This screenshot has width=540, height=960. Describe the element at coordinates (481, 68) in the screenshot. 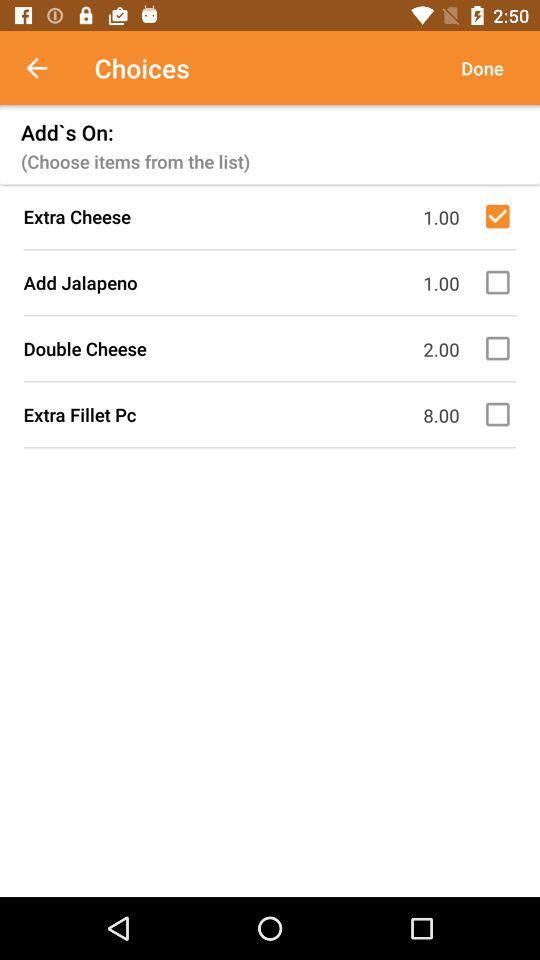

I see `done` at that location.